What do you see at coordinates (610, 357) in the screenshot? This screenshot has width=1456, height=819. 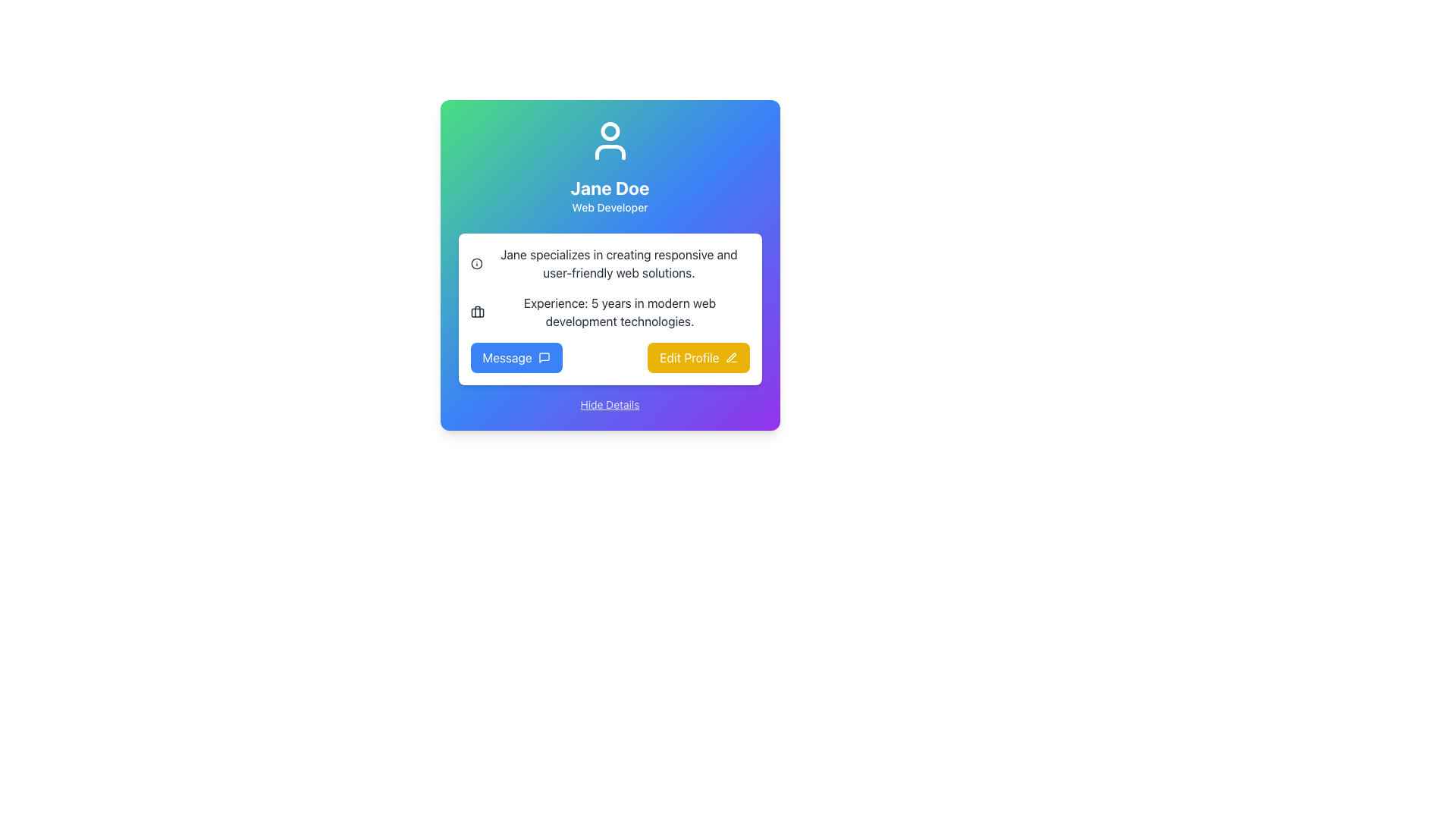 I see `the 'Edit Profile' button located at the bottom of the white card containing job experience details to modify the profile` at bounding box center [610, 357].